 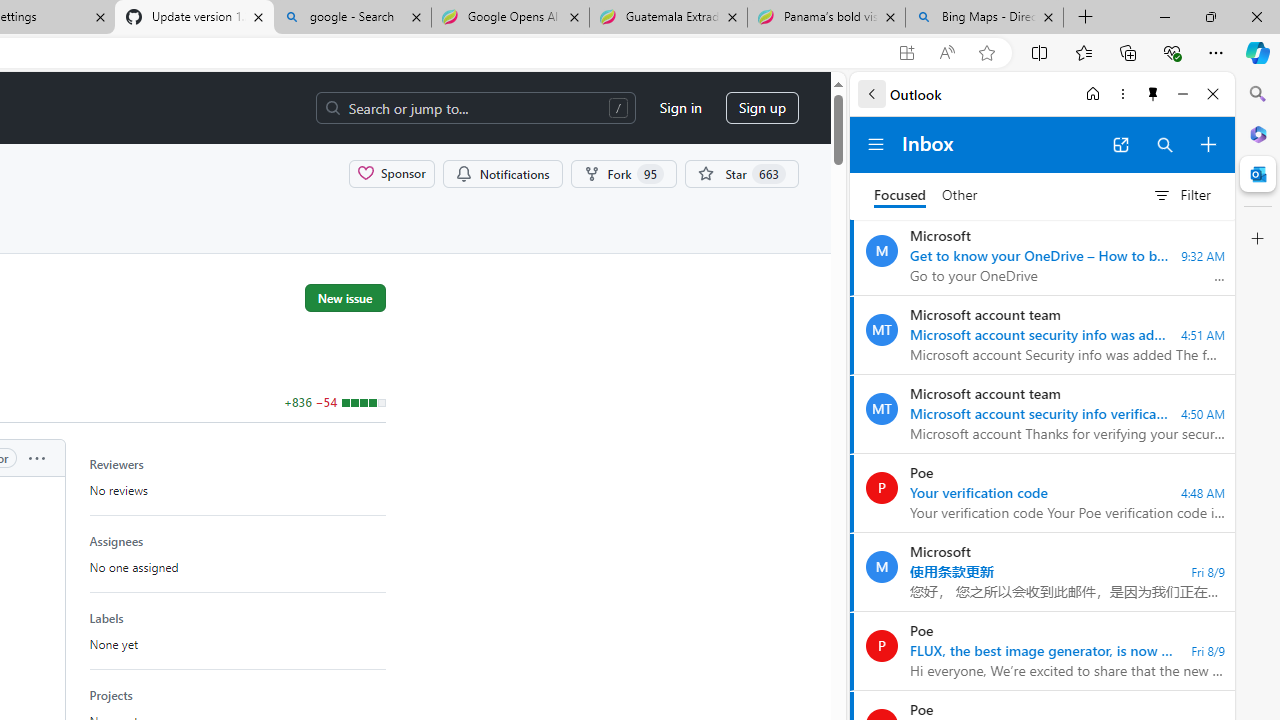 I want to click on 'Fork 95', so click(x=623, y=172).